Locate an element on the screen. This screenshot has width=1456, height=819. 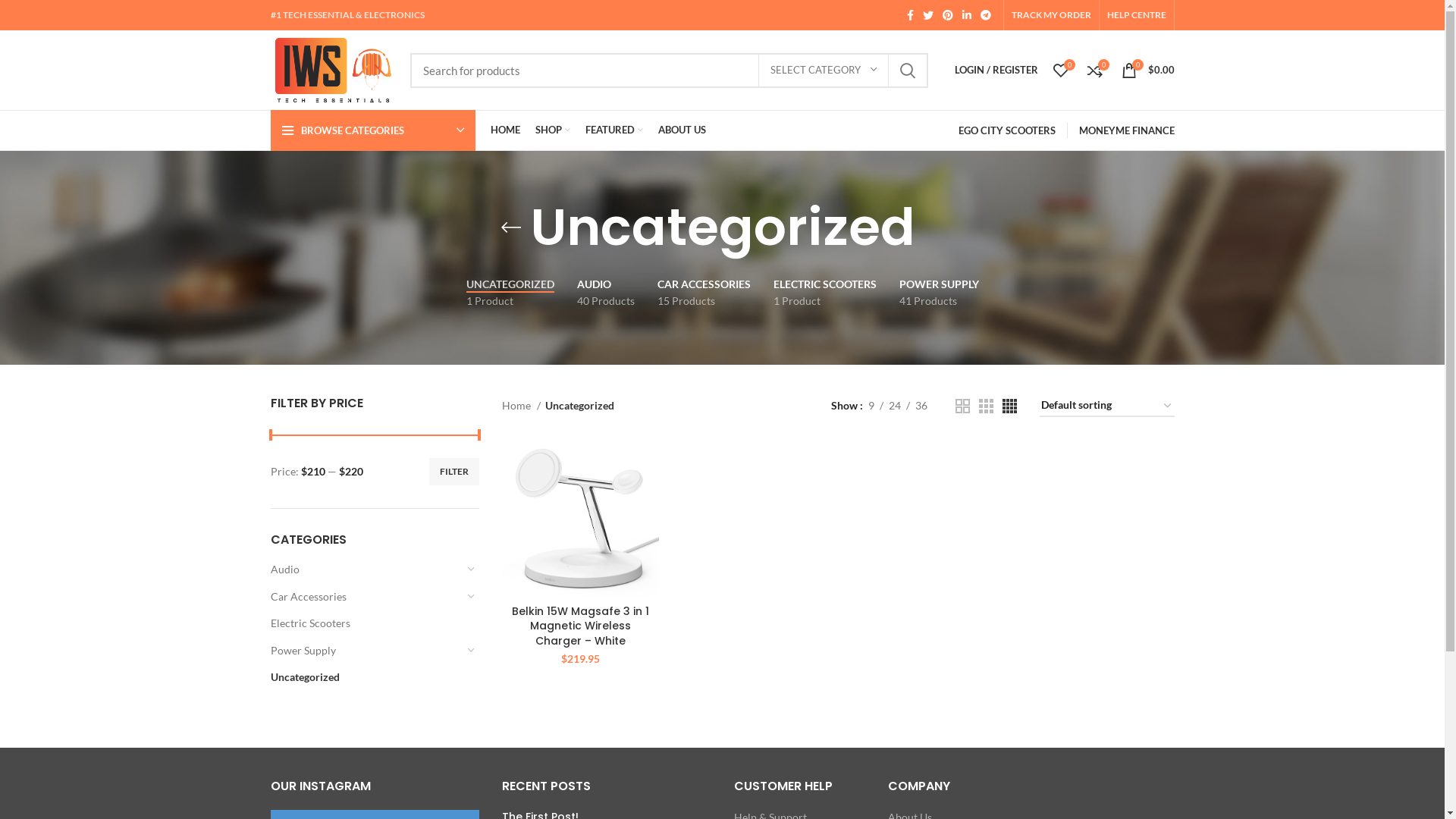
'TRACK MY ORDER' is located at coordinates (1012, 14).